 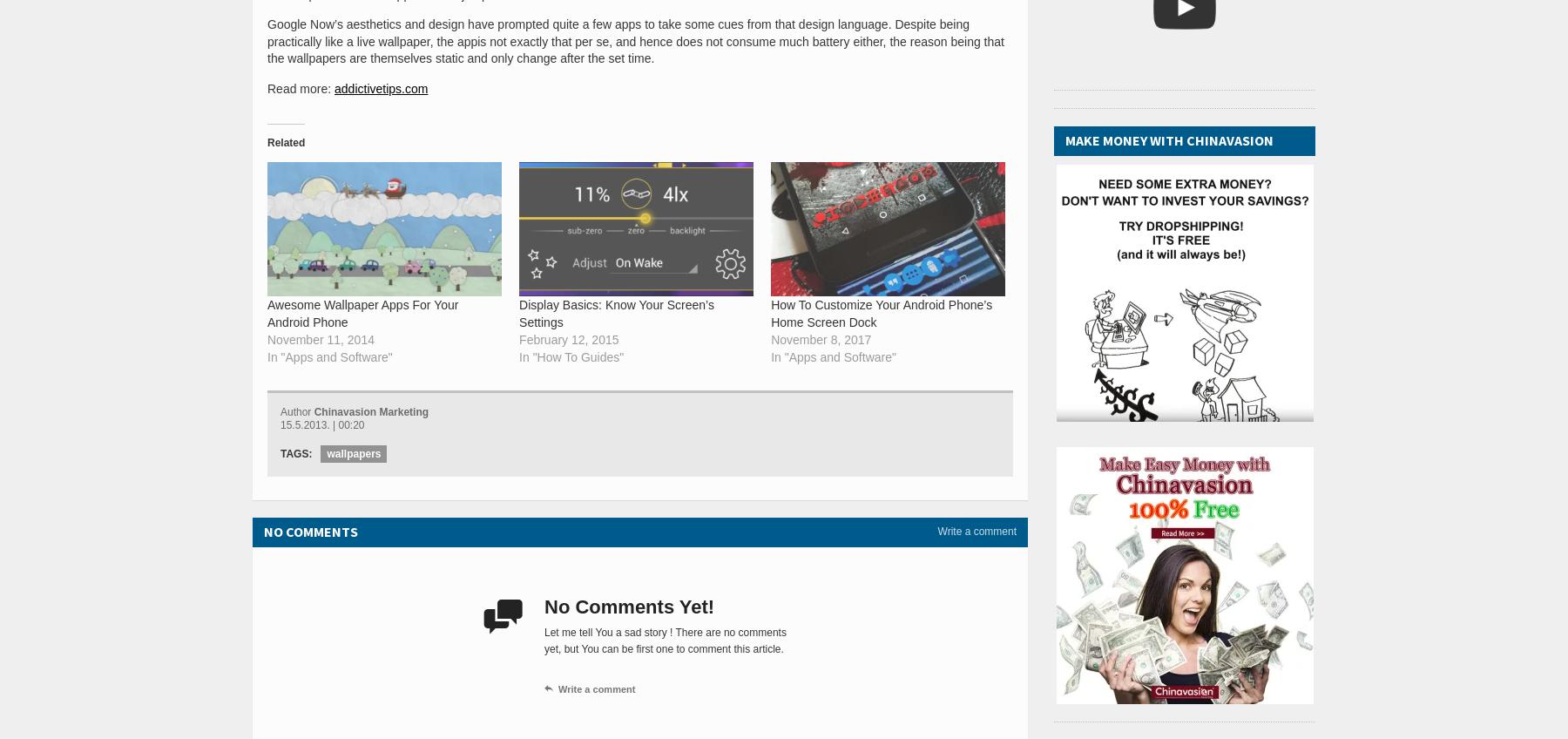 What do you see at coordinates (634, 40) in the screenshot?
I see `'Google Now’s aesthetics and design have prompted quite a few apps to take some cues from that design language. Despite being practically like a live wallpaper, the appis not exactly that per se, and hence does not consume much battery either, the reason being that the wallpapers are themselves static and only change after the set time.'` at bounding box center [634, 40].